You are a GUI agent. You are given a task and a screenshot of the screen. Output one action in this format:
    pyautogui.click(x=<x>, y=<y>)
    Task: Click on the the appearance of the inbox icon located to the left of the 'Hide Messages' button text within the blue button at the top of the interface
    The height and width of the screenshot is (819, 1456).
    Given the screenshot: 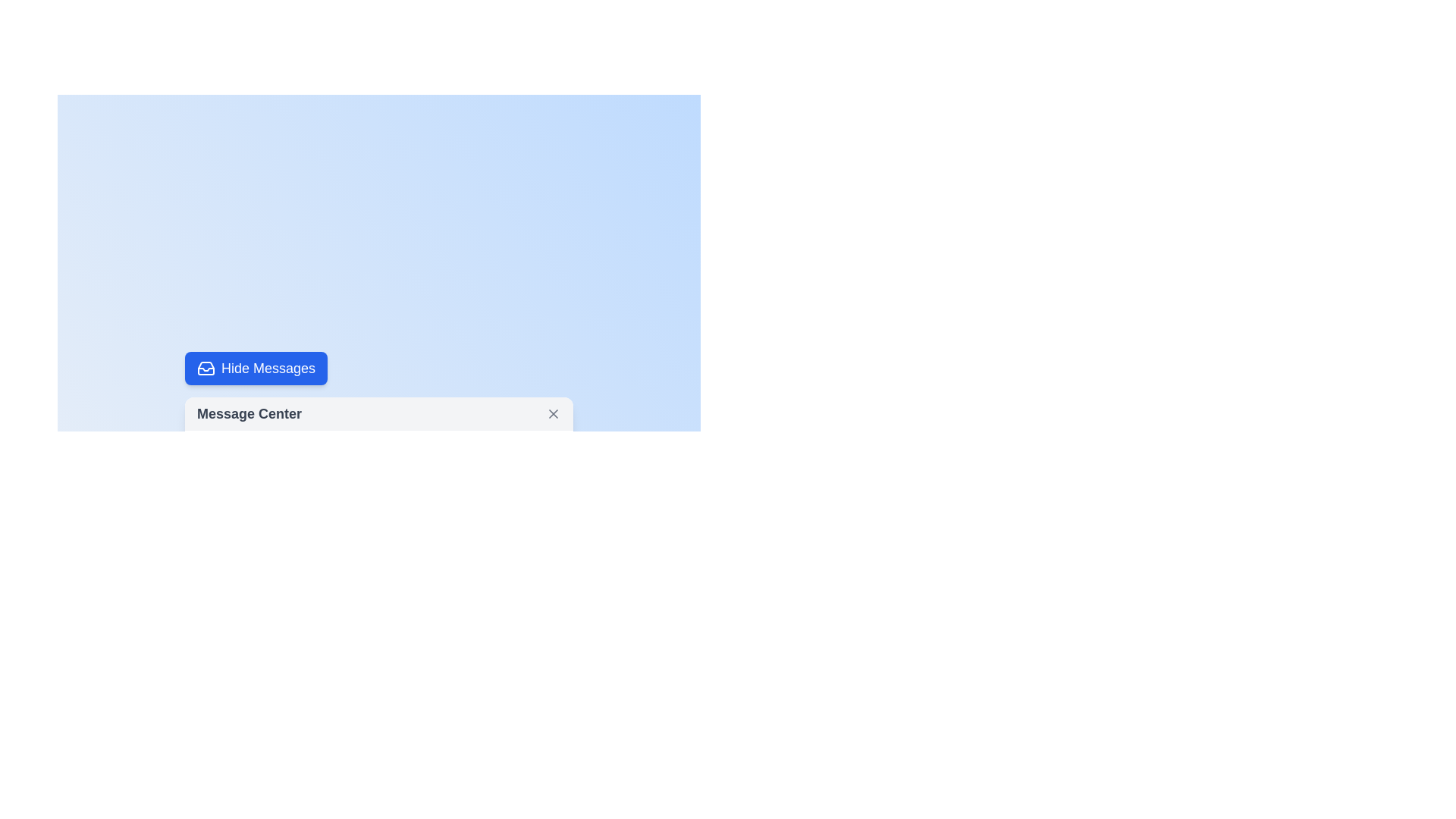 What is the action you would take?
    pyautogui.click(x=206, y=369)
    